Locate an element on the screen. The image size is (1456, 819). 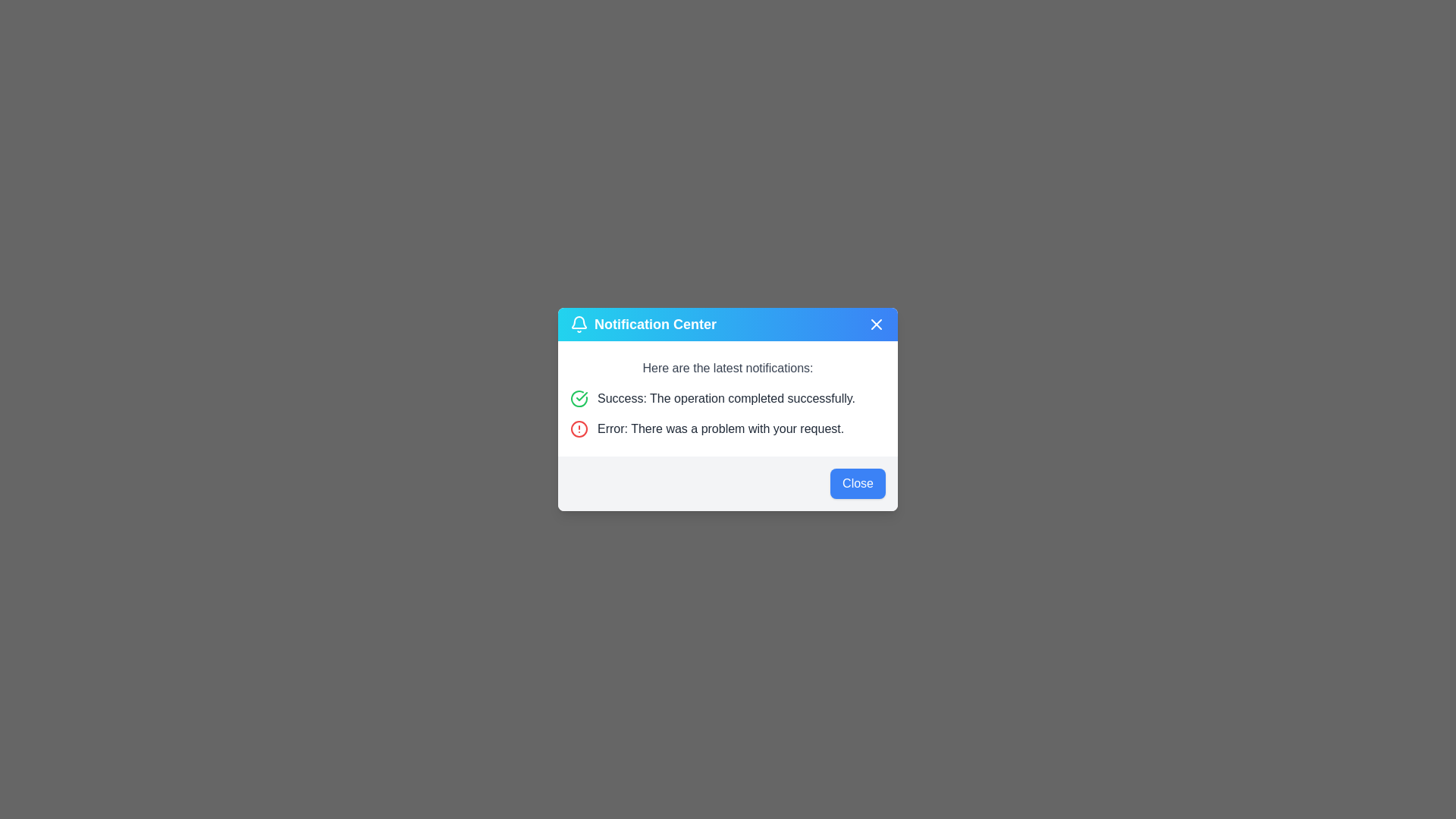
the 'Close' button located in the bottom-right corner of the dialog box is located at coordinates (858, 483).